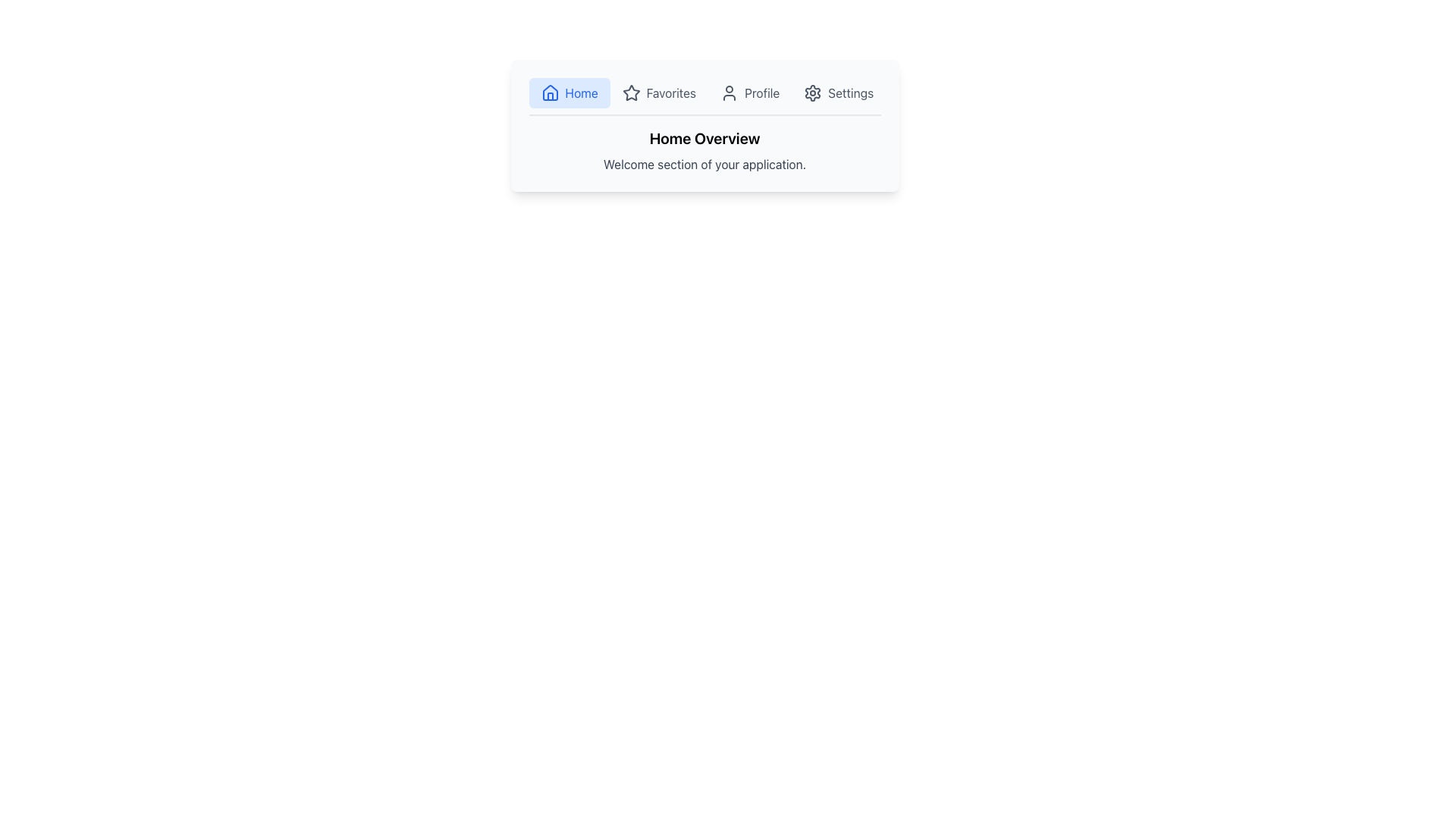  What do you see at coordinates (812, 93) in the screenshot?
I see `the gear icon located in the 'Settings' section of the horizontal navigation bar` at bounding box center [812, 93].